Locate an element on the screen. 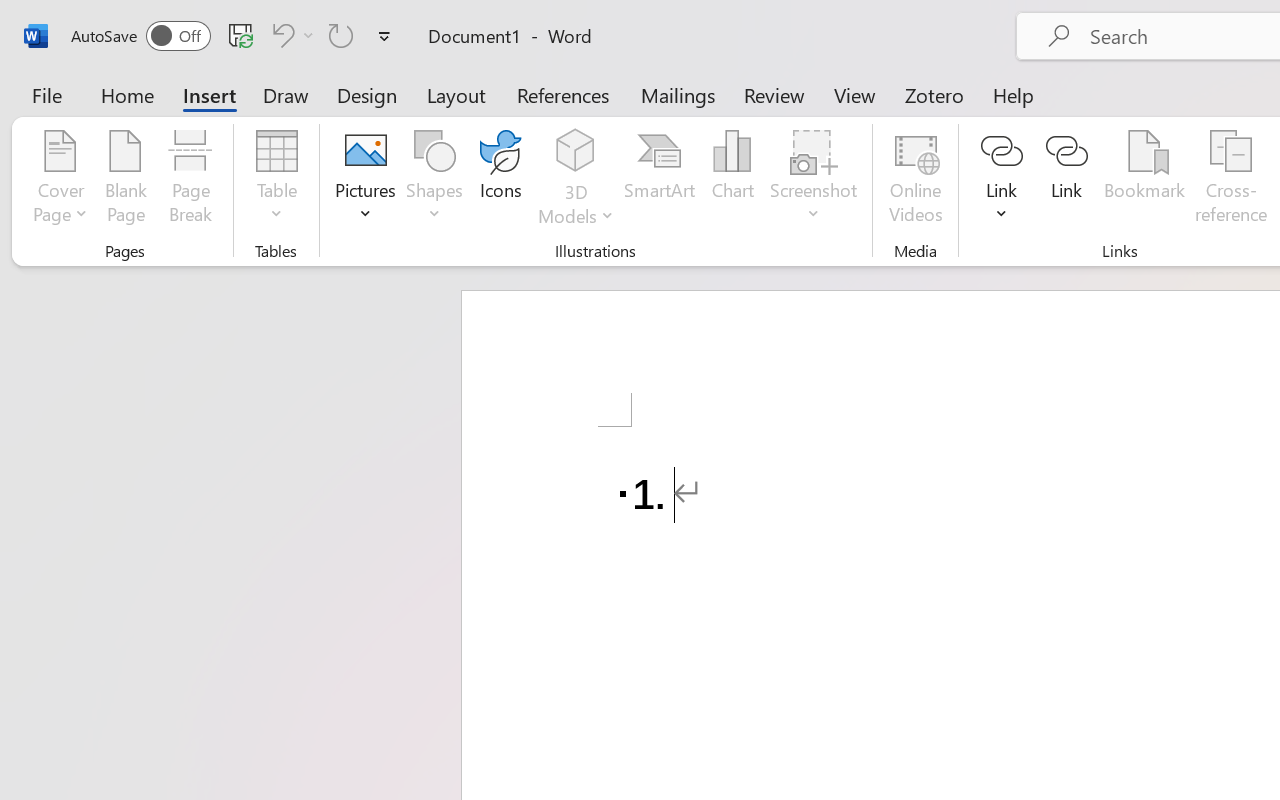 This screenshot has width=1280, height=800. 'Cross-reference...' is located at coordinates (1230, 179).